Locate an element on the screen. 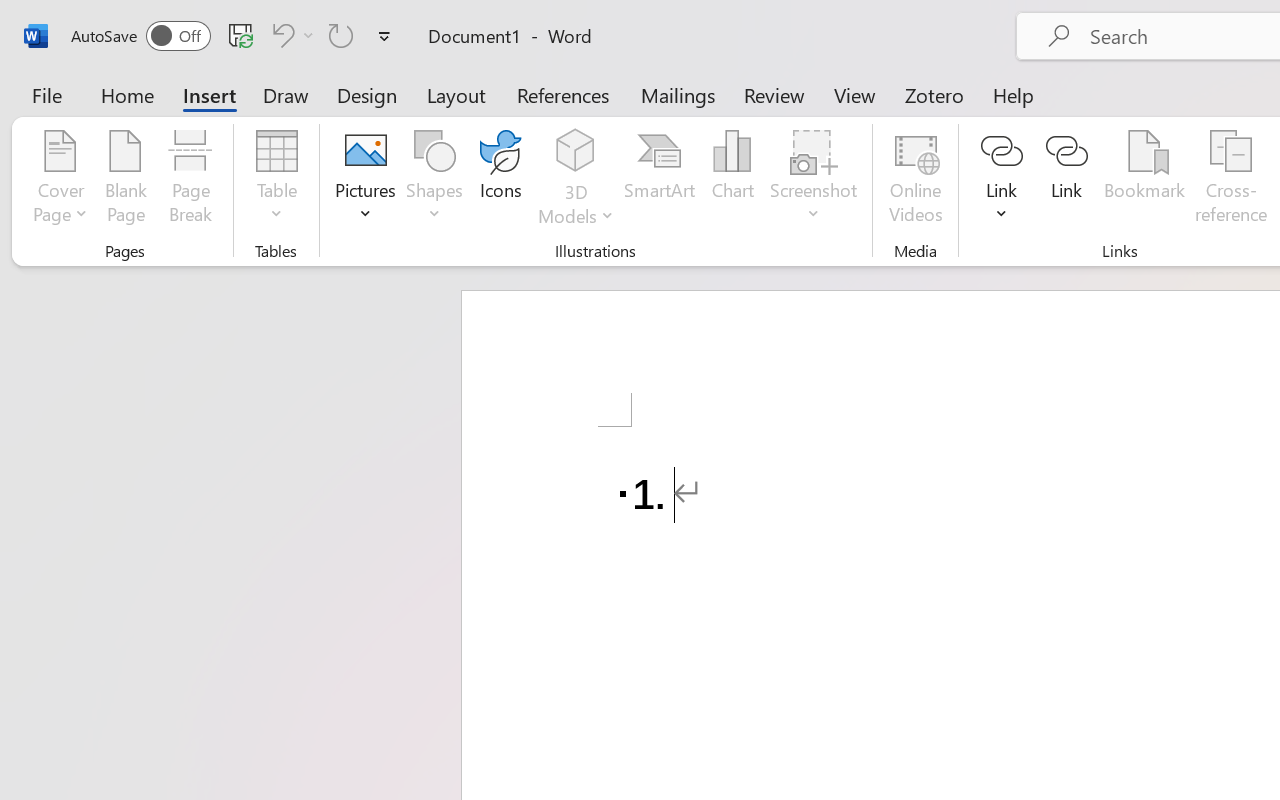 This screenshot has width=1280, height=800. 'Cross-reference...' is located at coordinates (1230, 179).